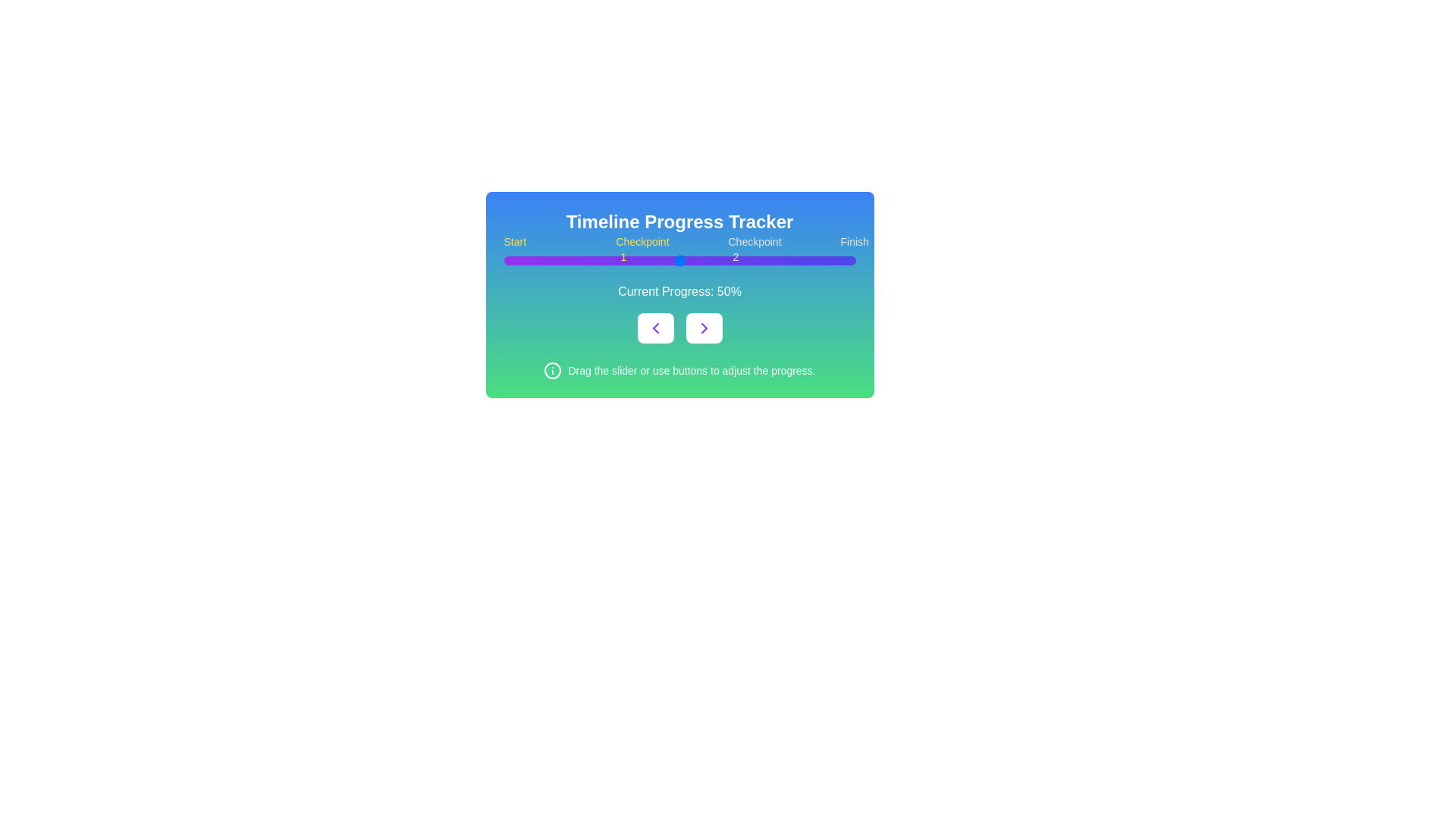 The width and height of the screenshot is (1456, 819). Describe the element at coordinates (511, 248) in the screenshot. I see `the static Text label indicating the starting point of the progress tracker, located at the leftmost position of the sequence` at that location.